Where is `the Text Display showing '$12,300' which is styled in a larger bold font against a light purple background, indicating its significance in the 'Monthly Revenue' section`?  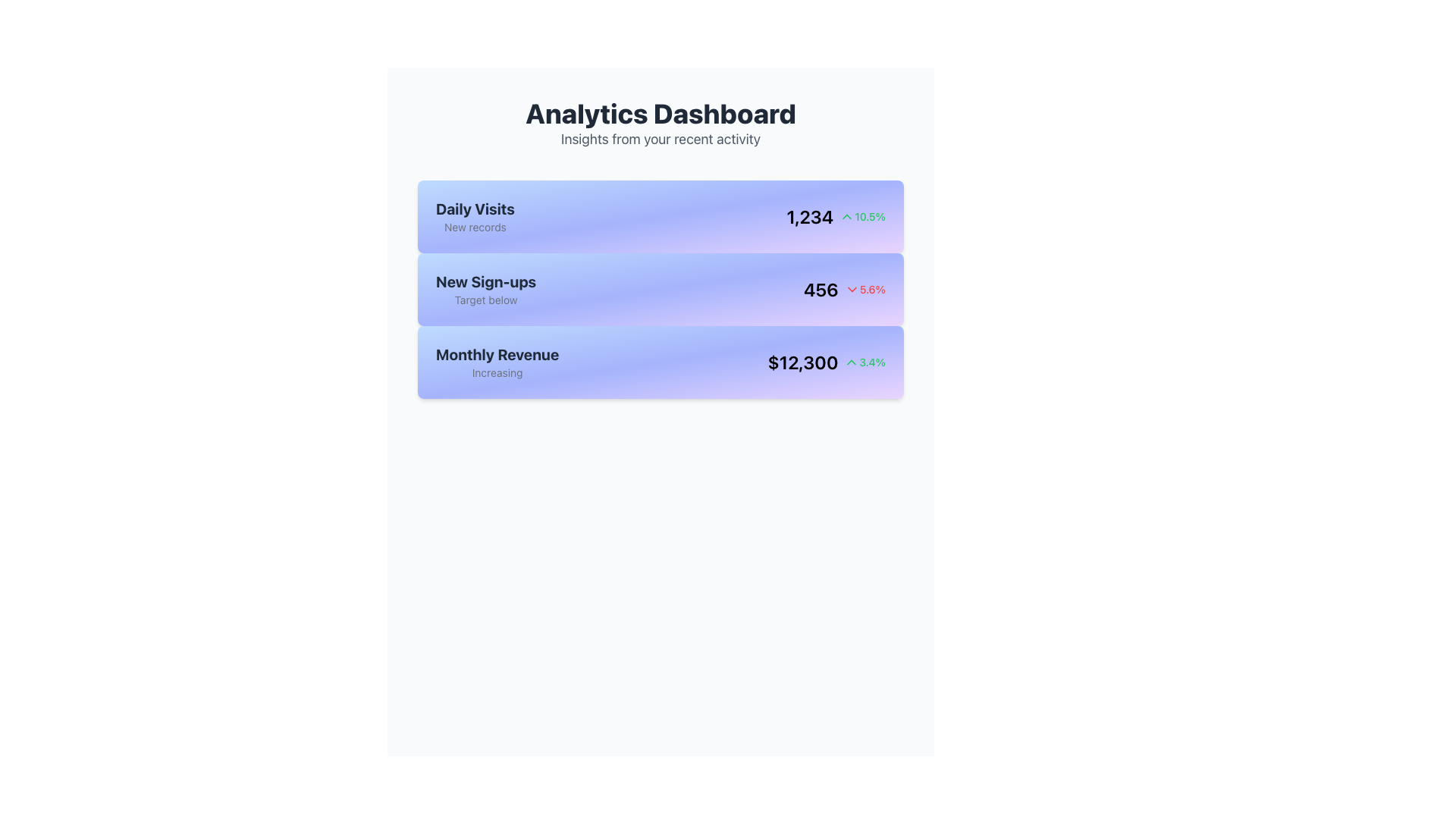 the Text Display showing '$12,300' which is styled in a larger bold font against a light purple background, indicating its significance in the 'Monthly Revenue' section is located at coordinates (802, 362).